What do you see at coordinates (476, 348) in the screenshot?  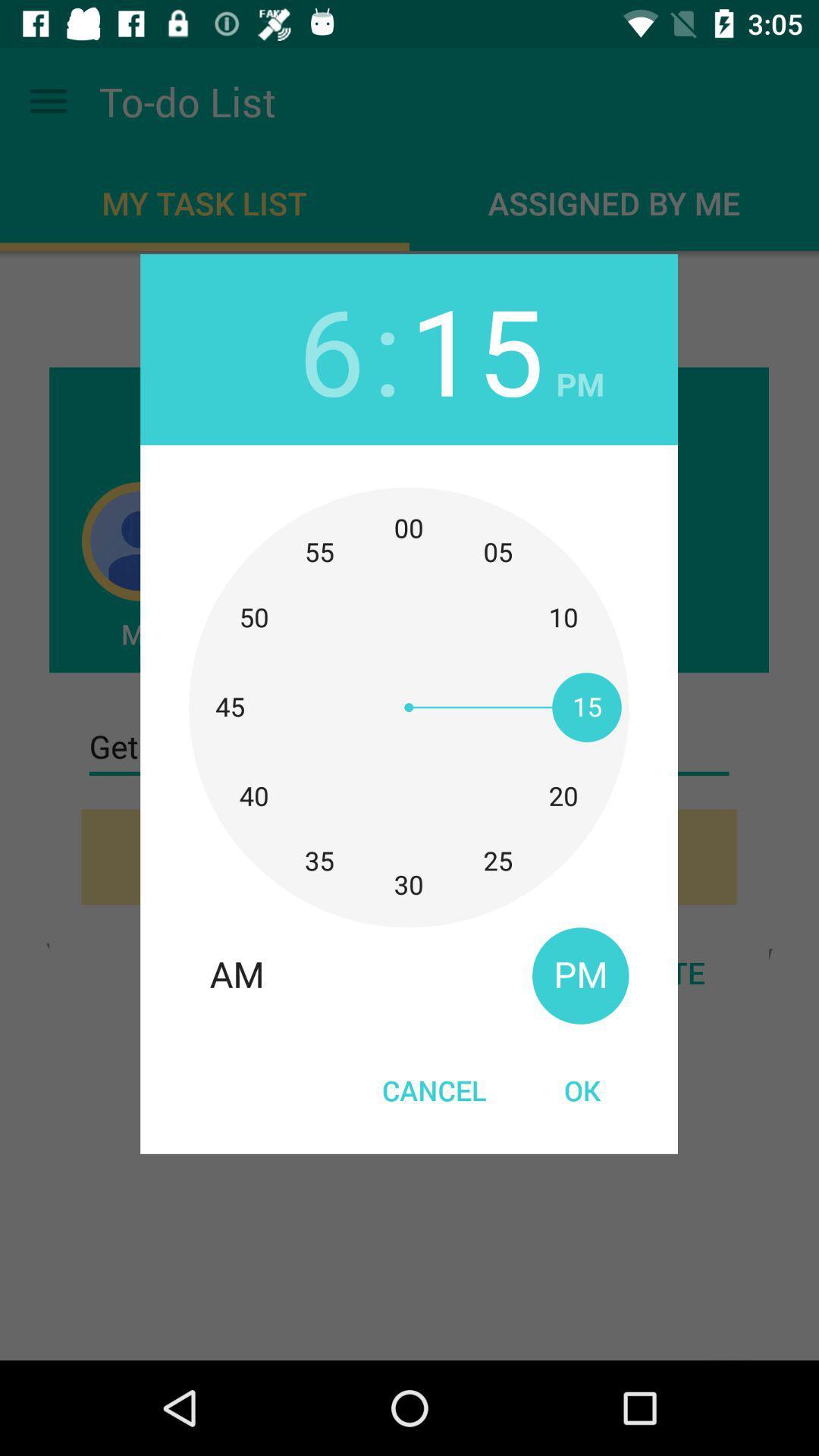 I see `item to the right of the :` at bounding box center [476, 348].